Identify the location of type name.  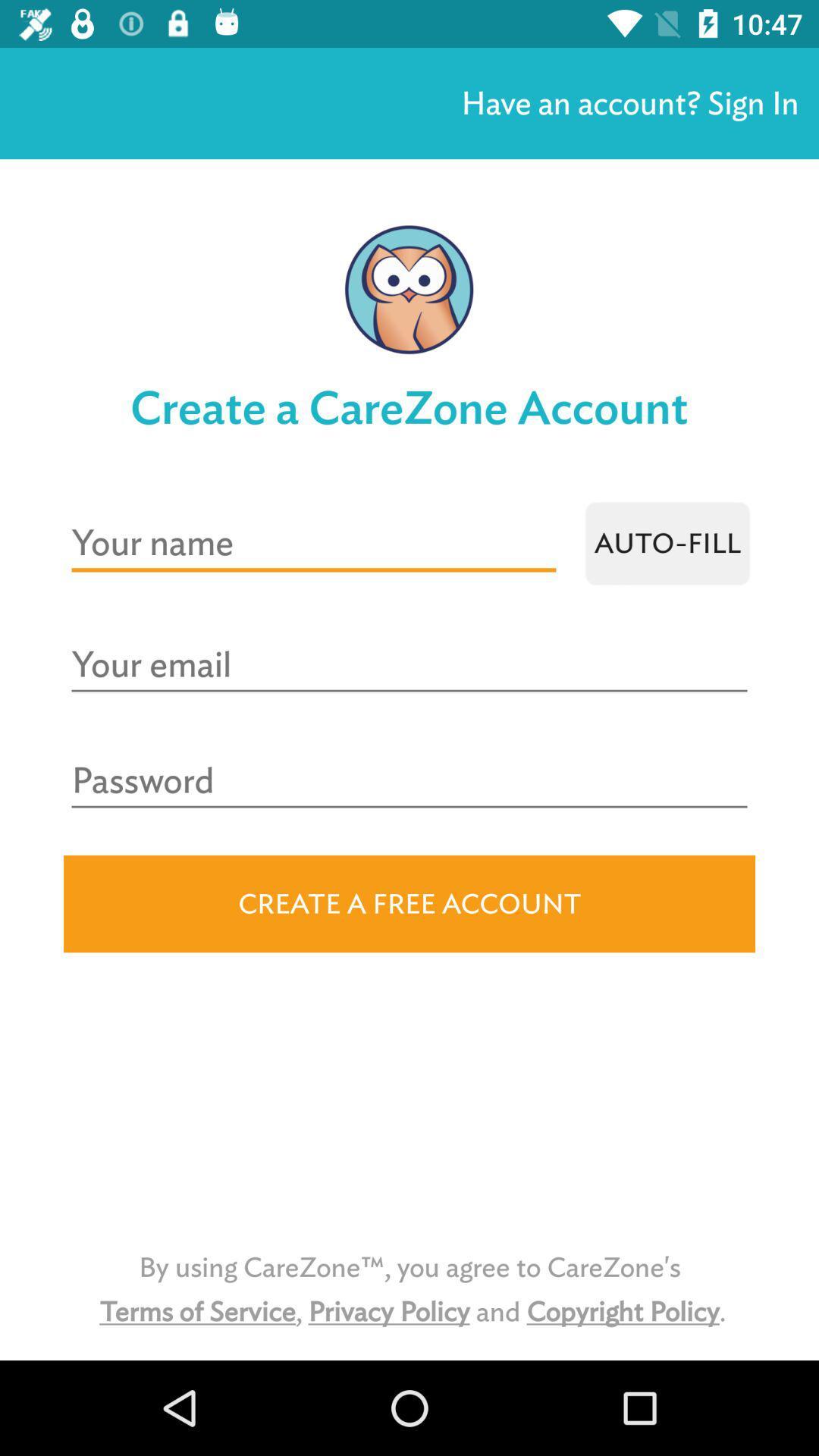
(312, 543).